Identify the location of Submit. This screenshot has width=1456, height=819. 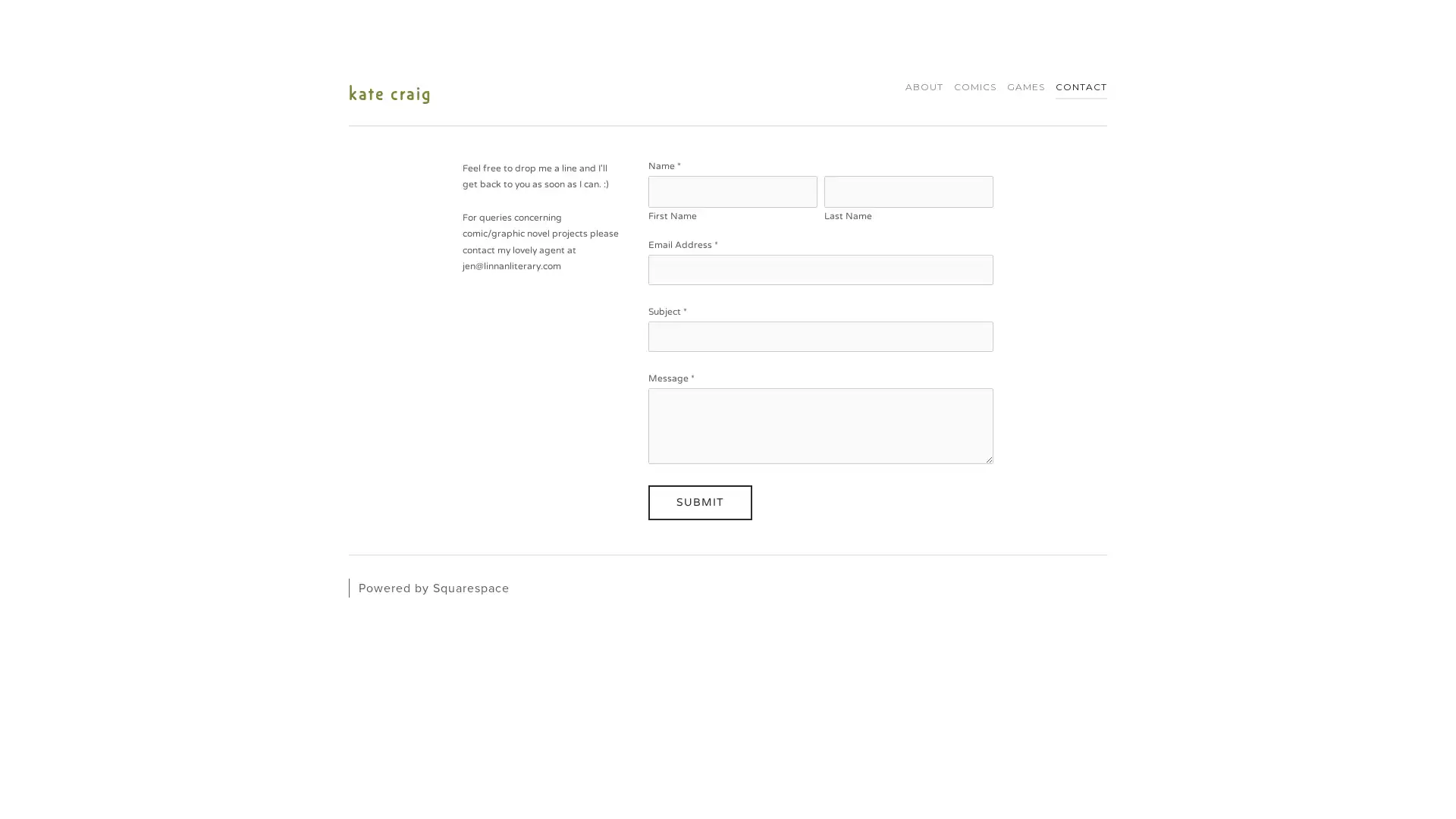
(698, 502).